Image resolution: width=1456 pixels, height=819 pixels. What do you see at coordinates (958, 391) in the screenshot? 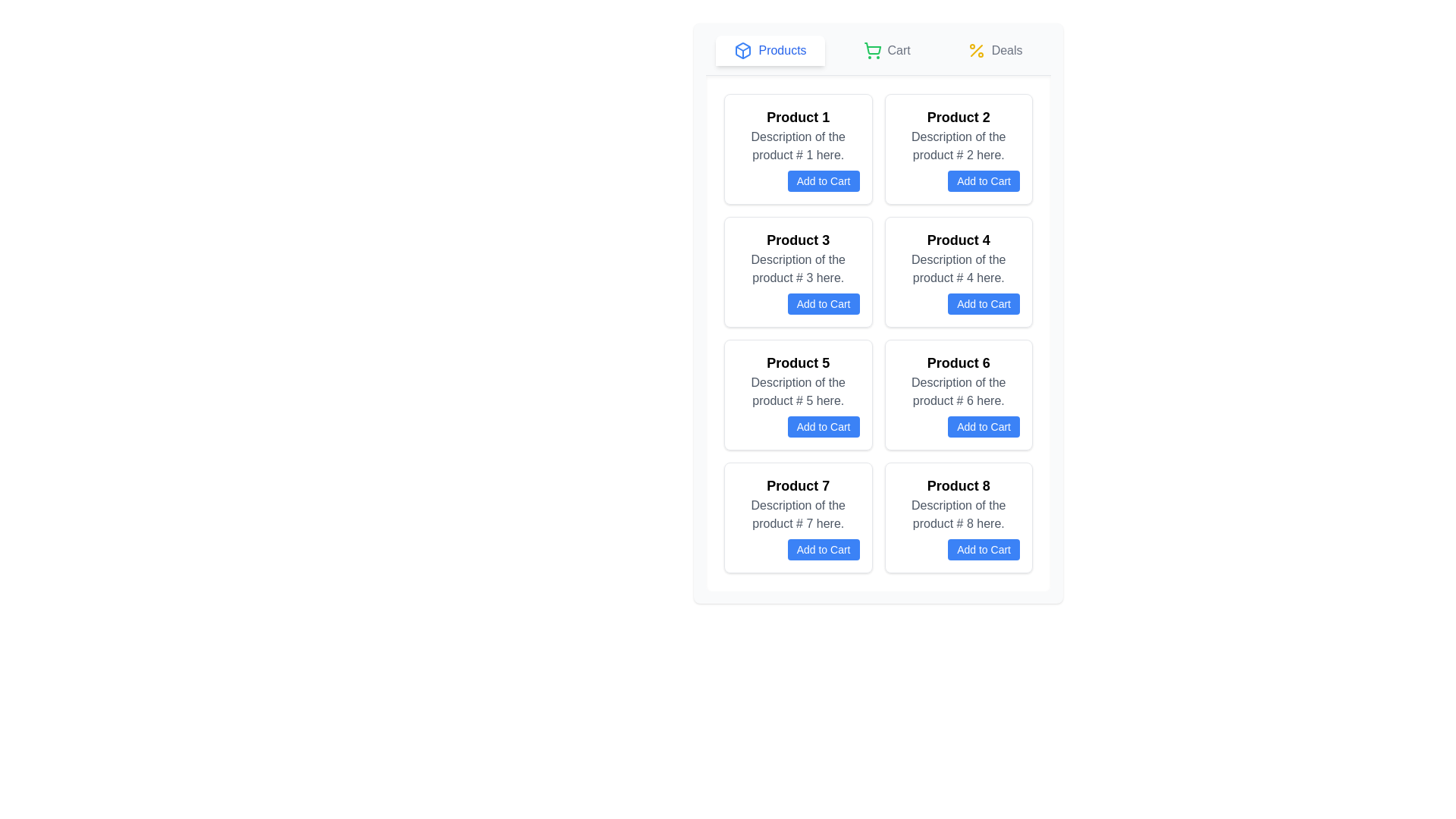
I see `the static text element displaying 'Description of the product # 6 here.' which is located beneath the title 'Product 6' and above the 'Add to Cart' button in the sixth card of a 4x2 grid layout` at bounding box center [958, 391].